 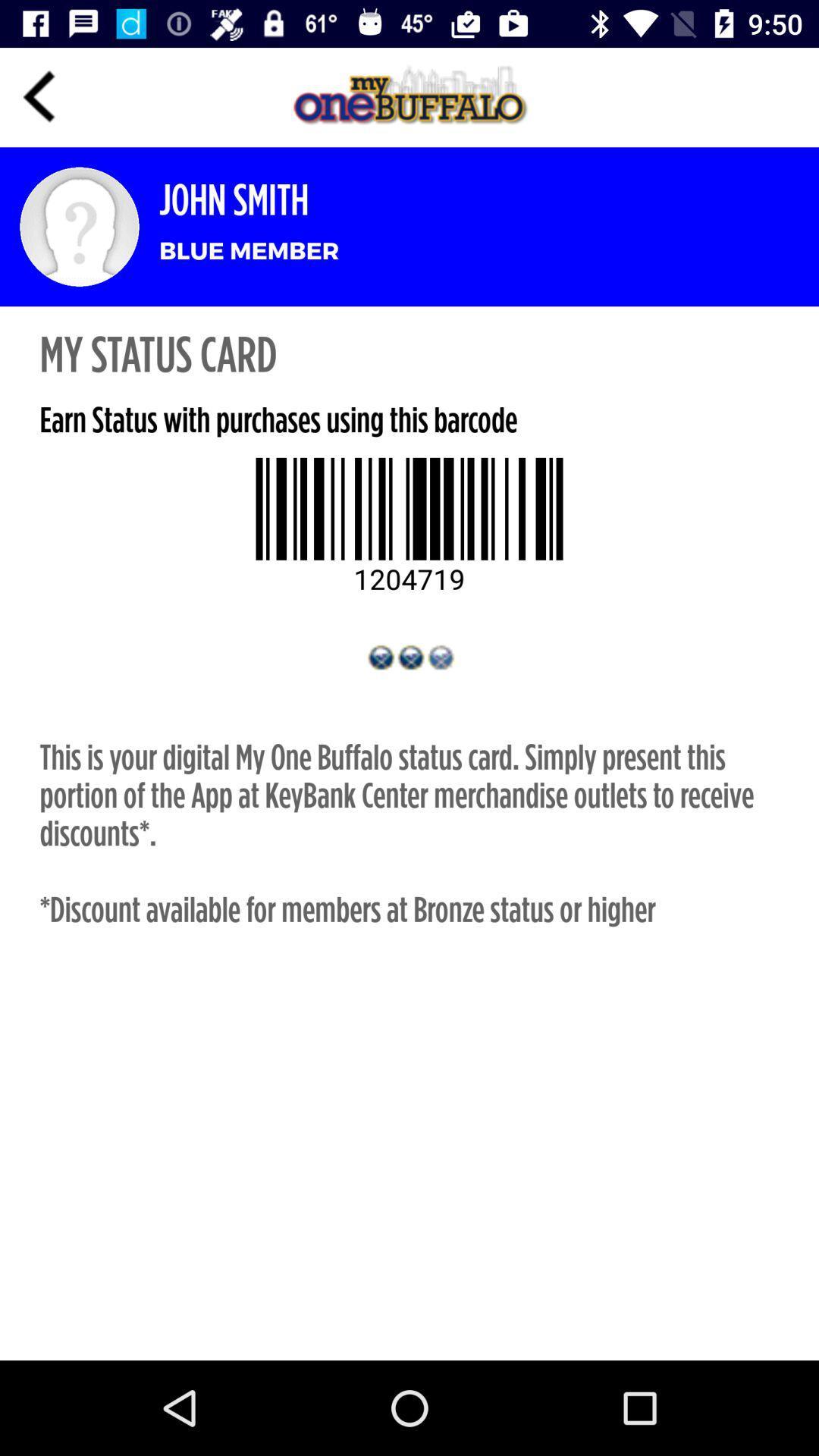 What do you see at coordinates (39, 96) in the screenshot?
I see `previous` at bounding box center [39, 96].